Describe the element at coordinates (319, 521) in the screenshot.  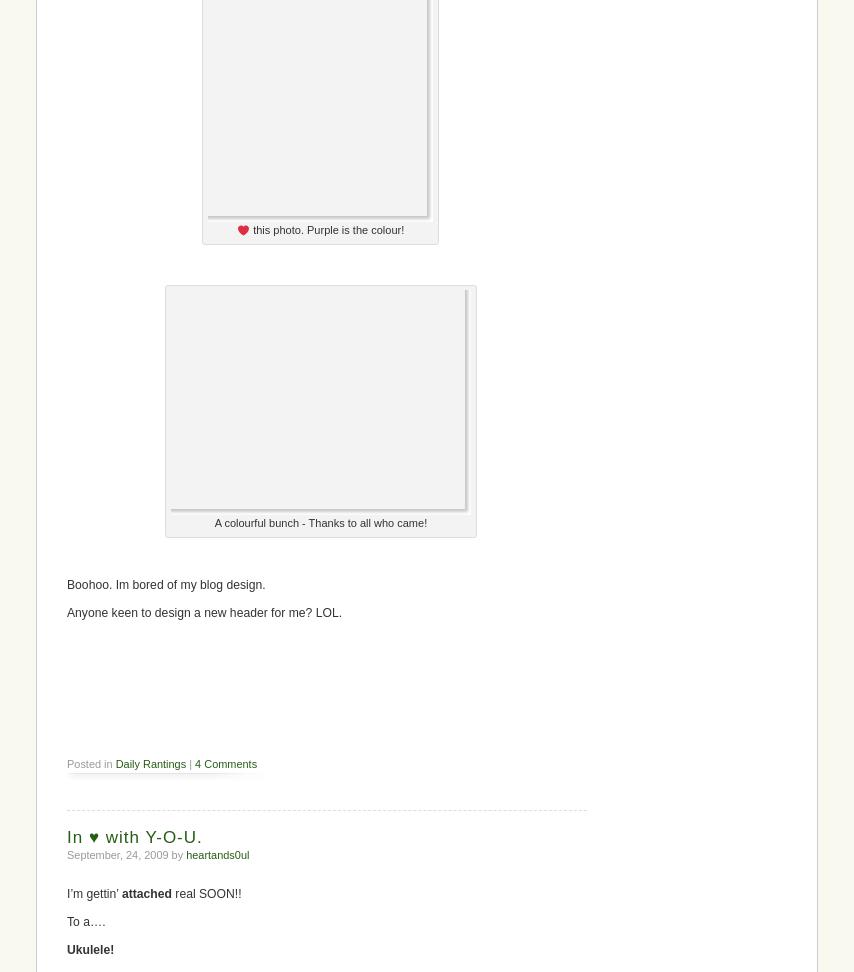
I see `'A colourful bunch - Thanks to all who came!'` at that location.